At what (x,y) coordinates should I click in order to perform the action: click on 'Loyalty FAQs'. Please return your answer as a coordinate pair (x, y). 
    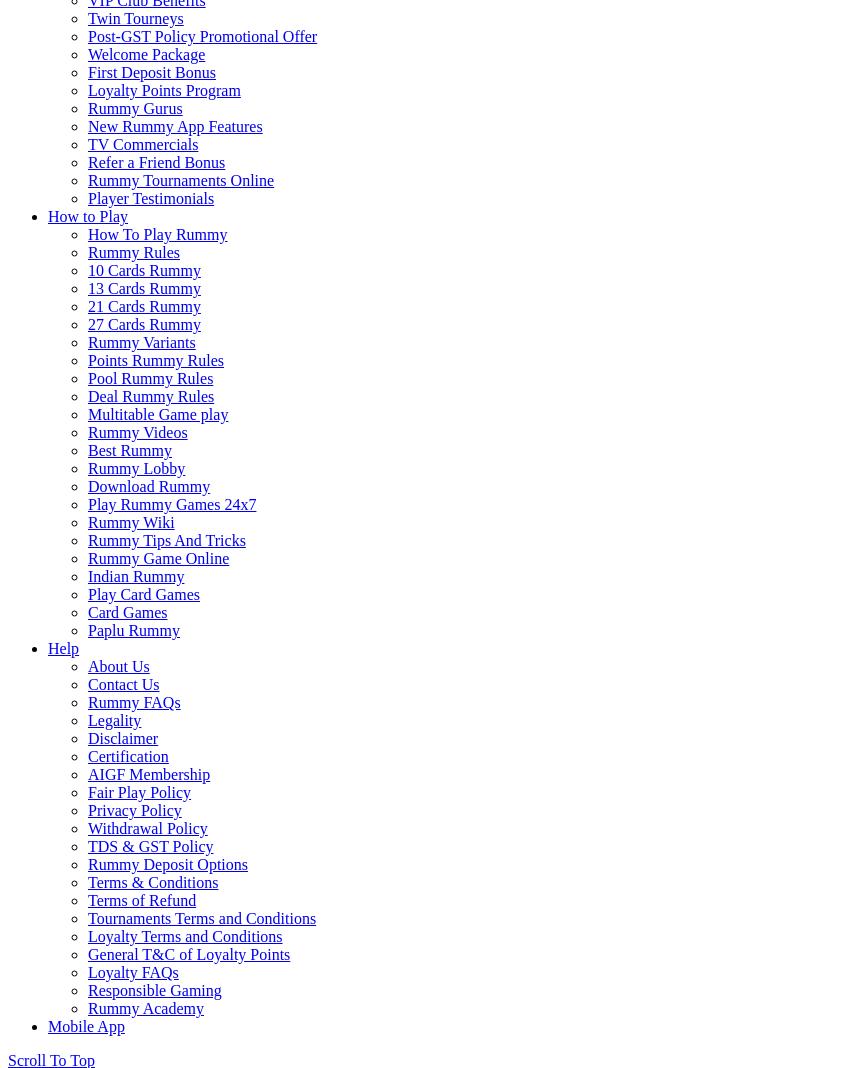
    Looking at the image, I should click on (133, 972).